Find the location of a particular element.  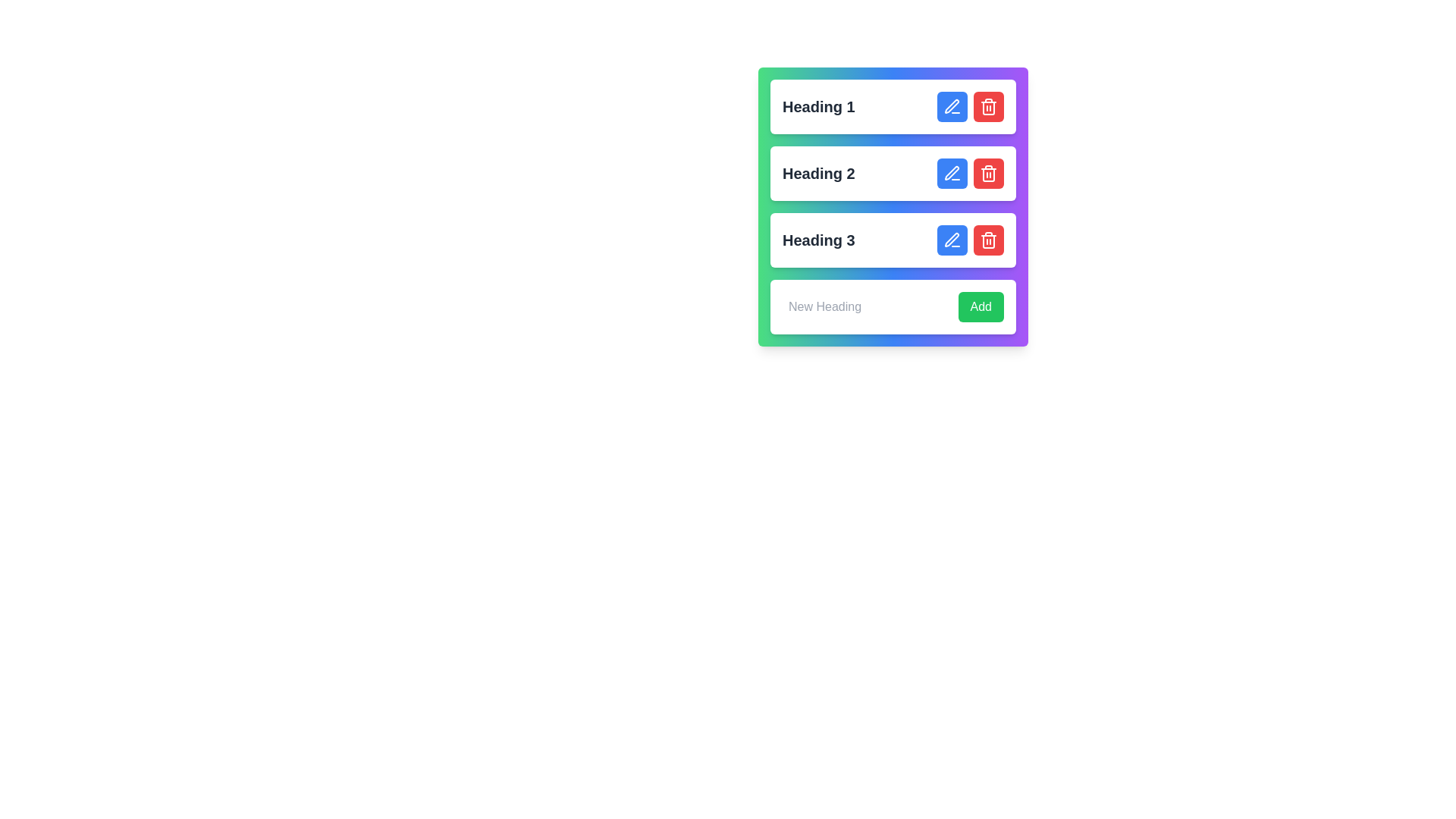

the blue button in the control group for managing the 'Heading 2' entry is located at coordinates (971, 172).